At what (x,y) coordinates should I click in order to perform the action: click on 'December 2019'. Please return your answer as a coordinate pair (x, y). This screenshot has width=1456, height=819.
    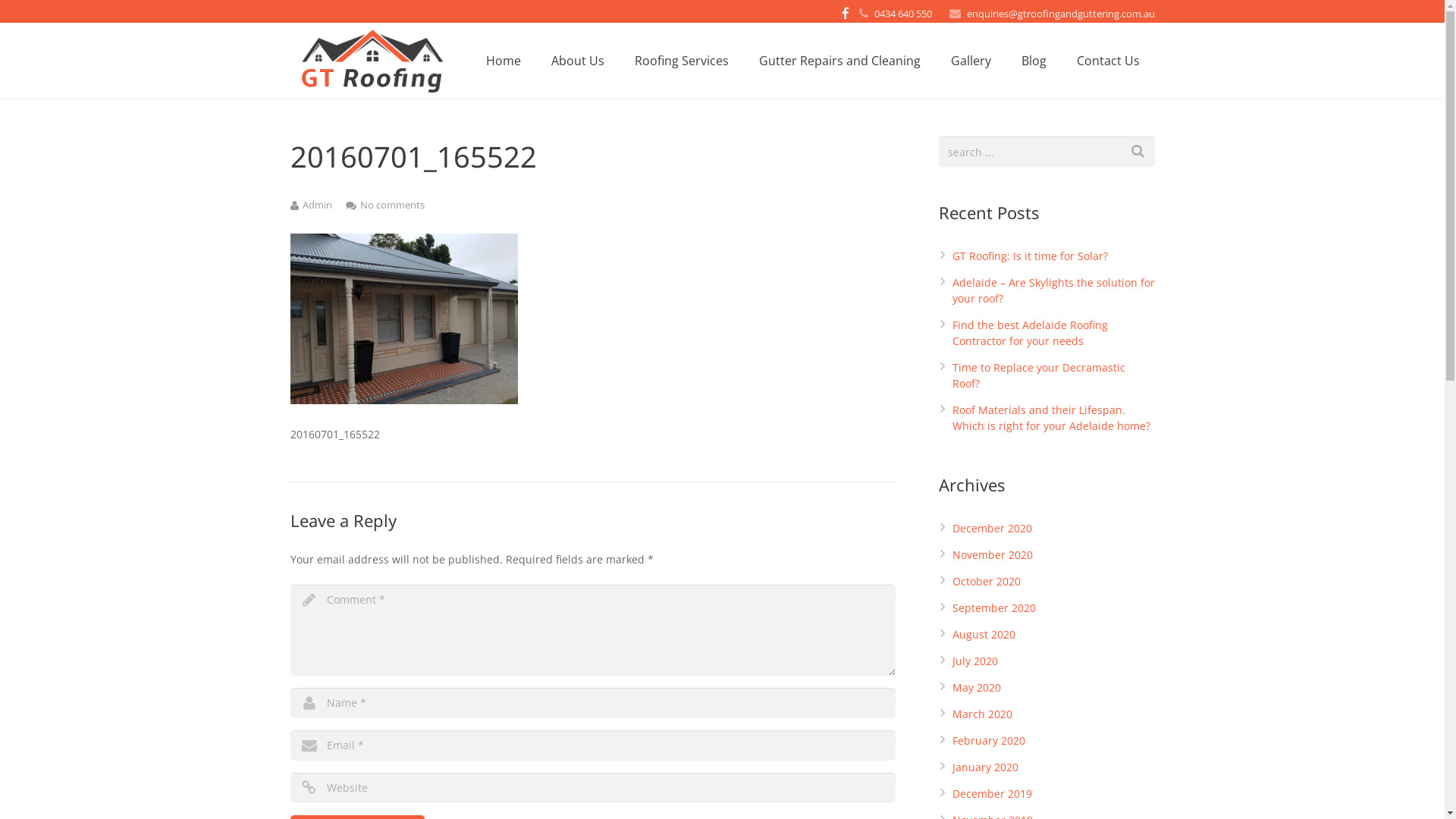
    Looking at the image, I should click on (992, 792).